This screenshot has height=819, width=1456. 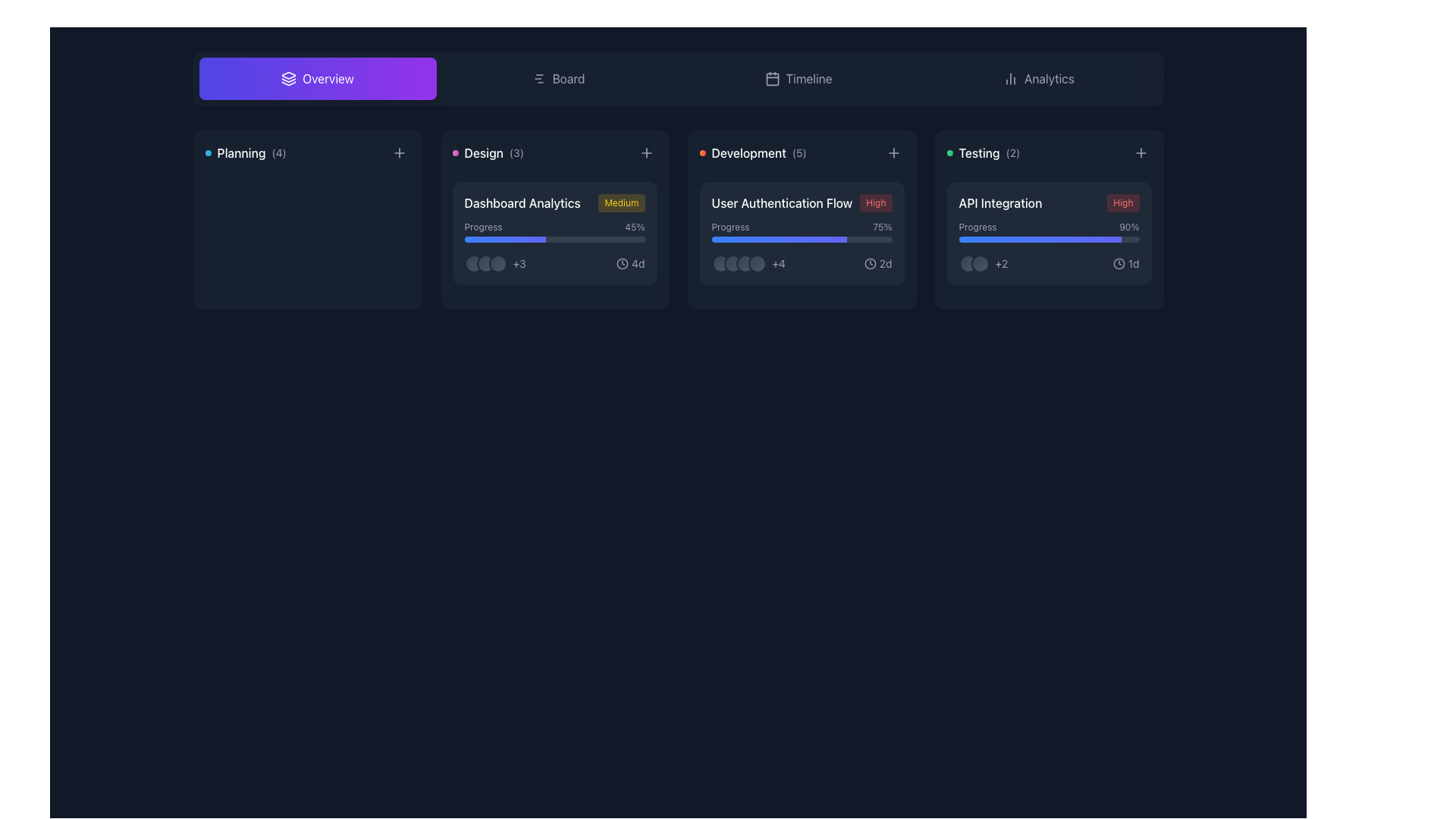 What do you see at coordinates (538, 79) in the screenshot?
I see `the visual indicator icon for the 'Board' button, which is centrally positioned inside the button in the top navigation menu` at bounding box center [538, 79].